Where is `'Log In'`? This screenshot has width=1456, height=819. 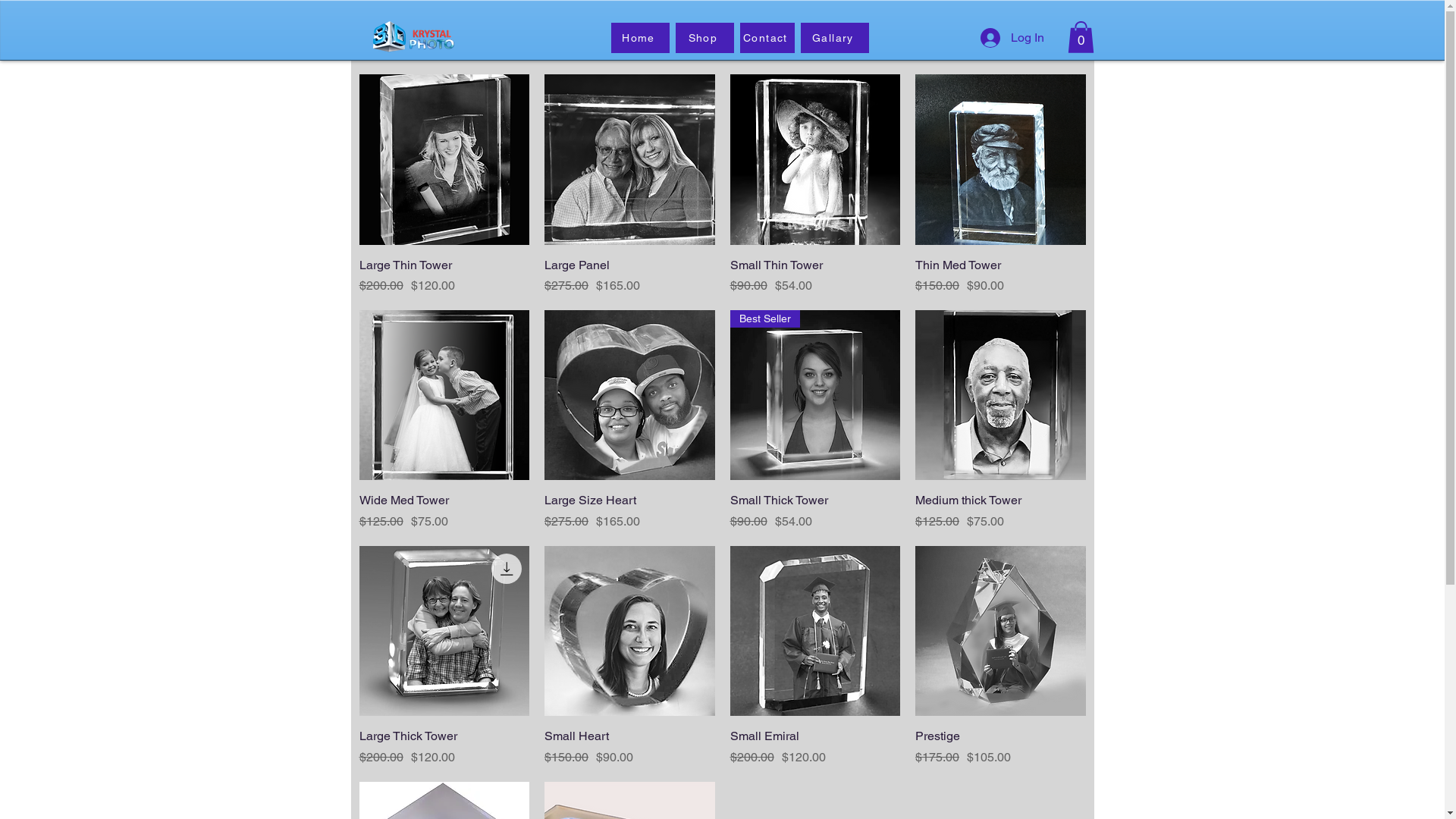
'Log In' is located at coordinates (1012, 37).